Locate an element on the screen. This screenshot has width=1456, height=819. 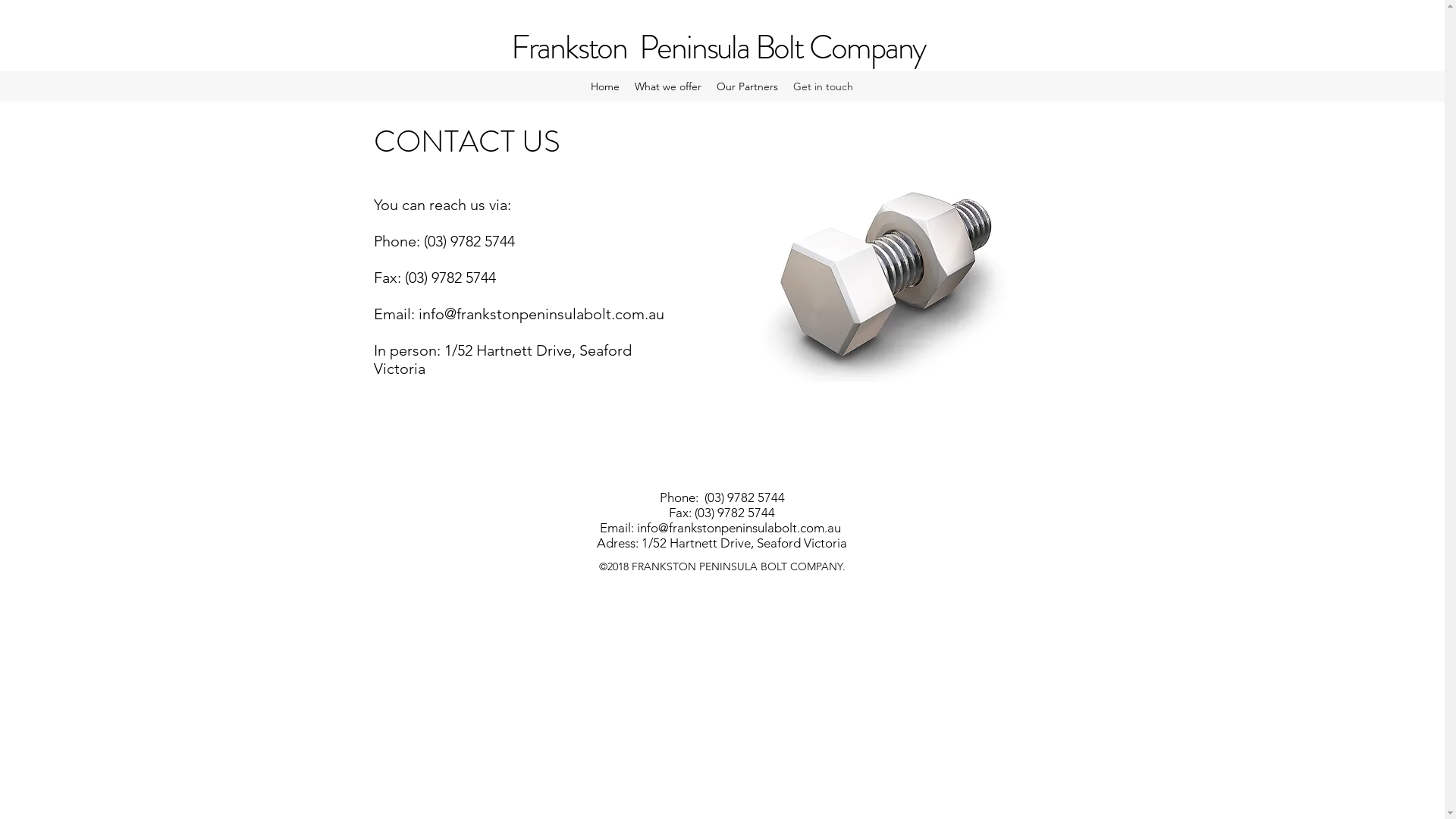
'info@frankstonpeninsulabolt.com.au' is located at coordinates (419, 312).